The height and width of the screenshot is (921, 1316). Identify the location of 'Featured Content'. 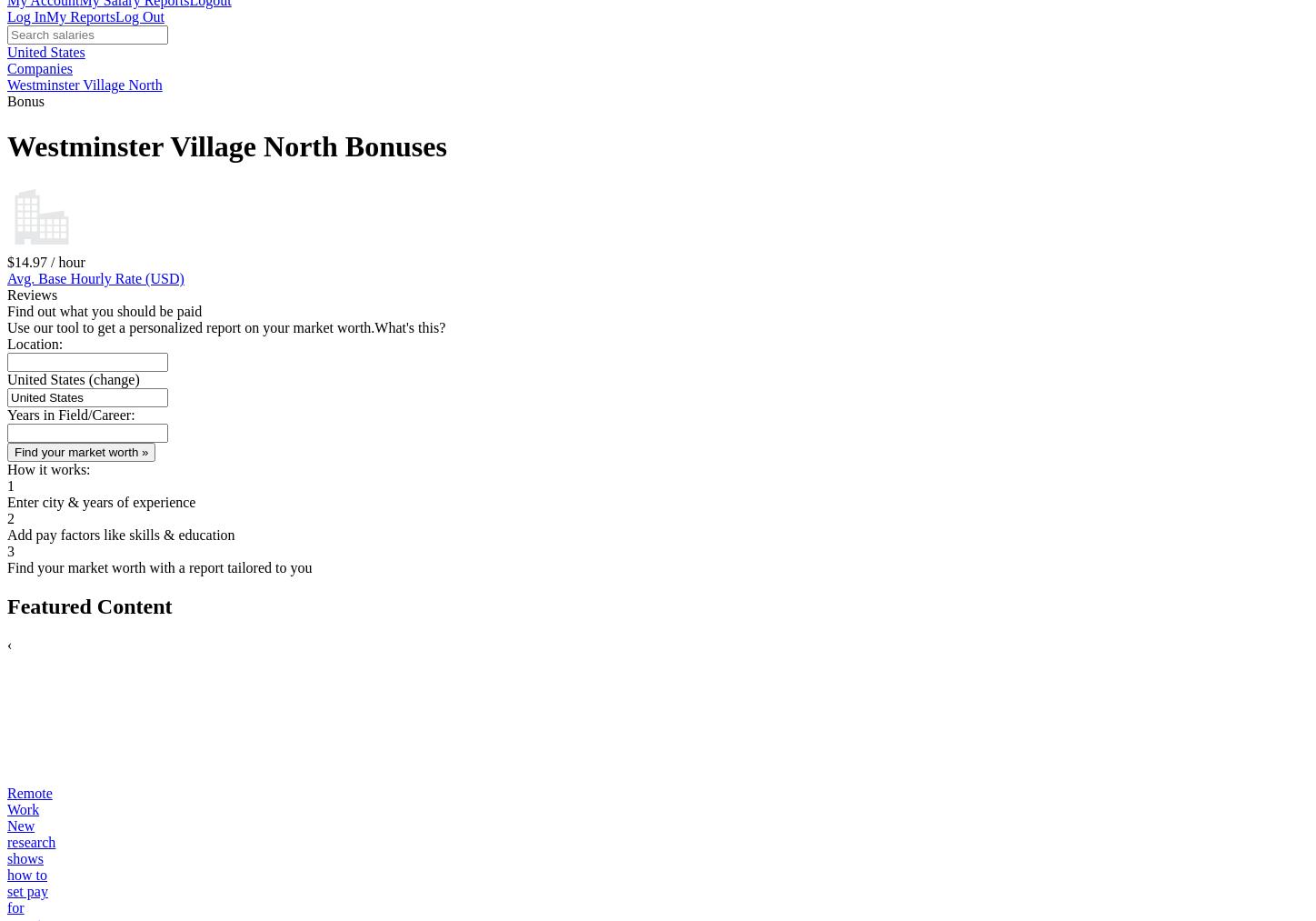
(88, 605).